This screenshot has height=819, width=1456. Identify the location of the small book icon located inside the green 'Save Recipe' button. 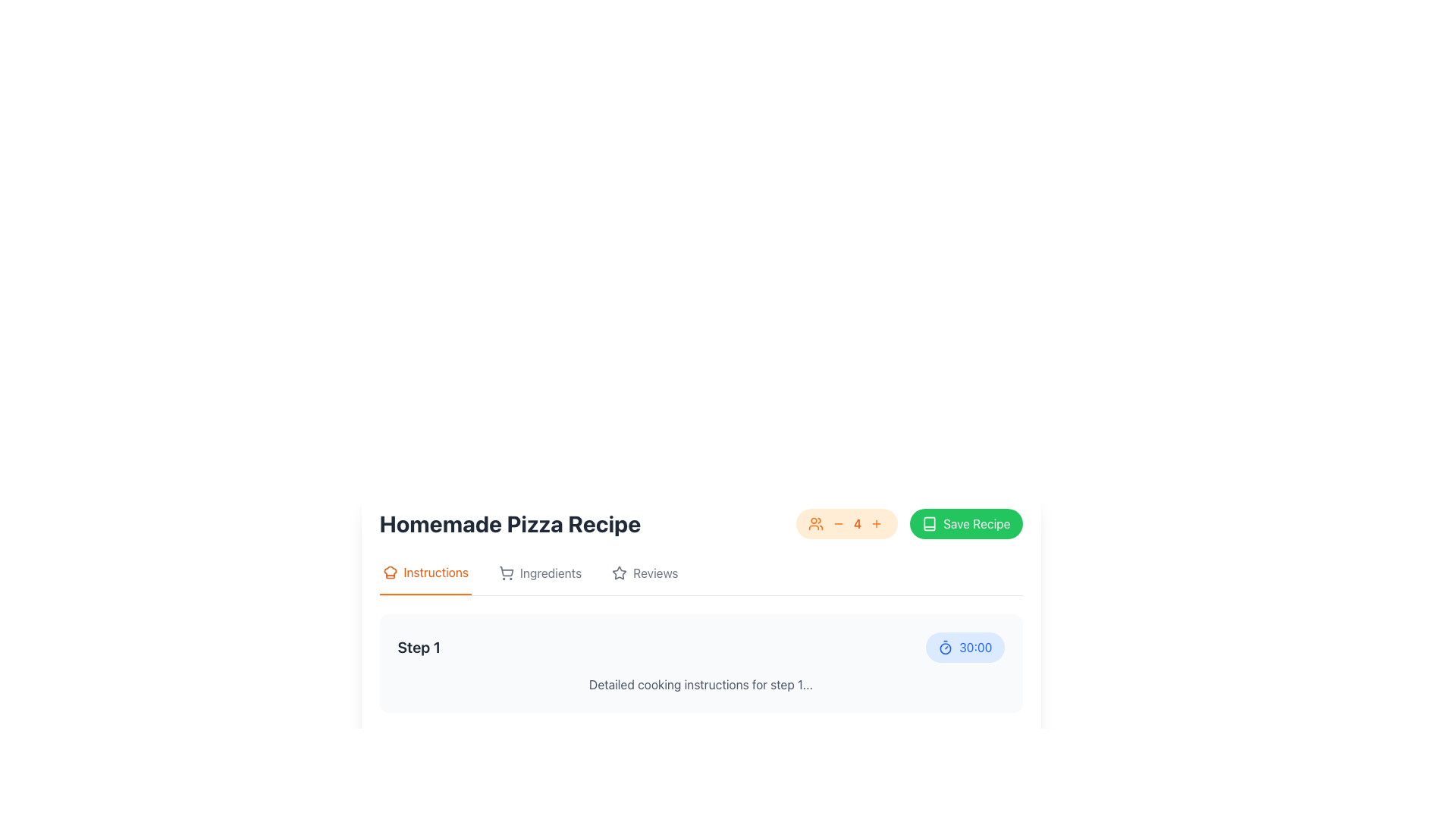
(929, 522).